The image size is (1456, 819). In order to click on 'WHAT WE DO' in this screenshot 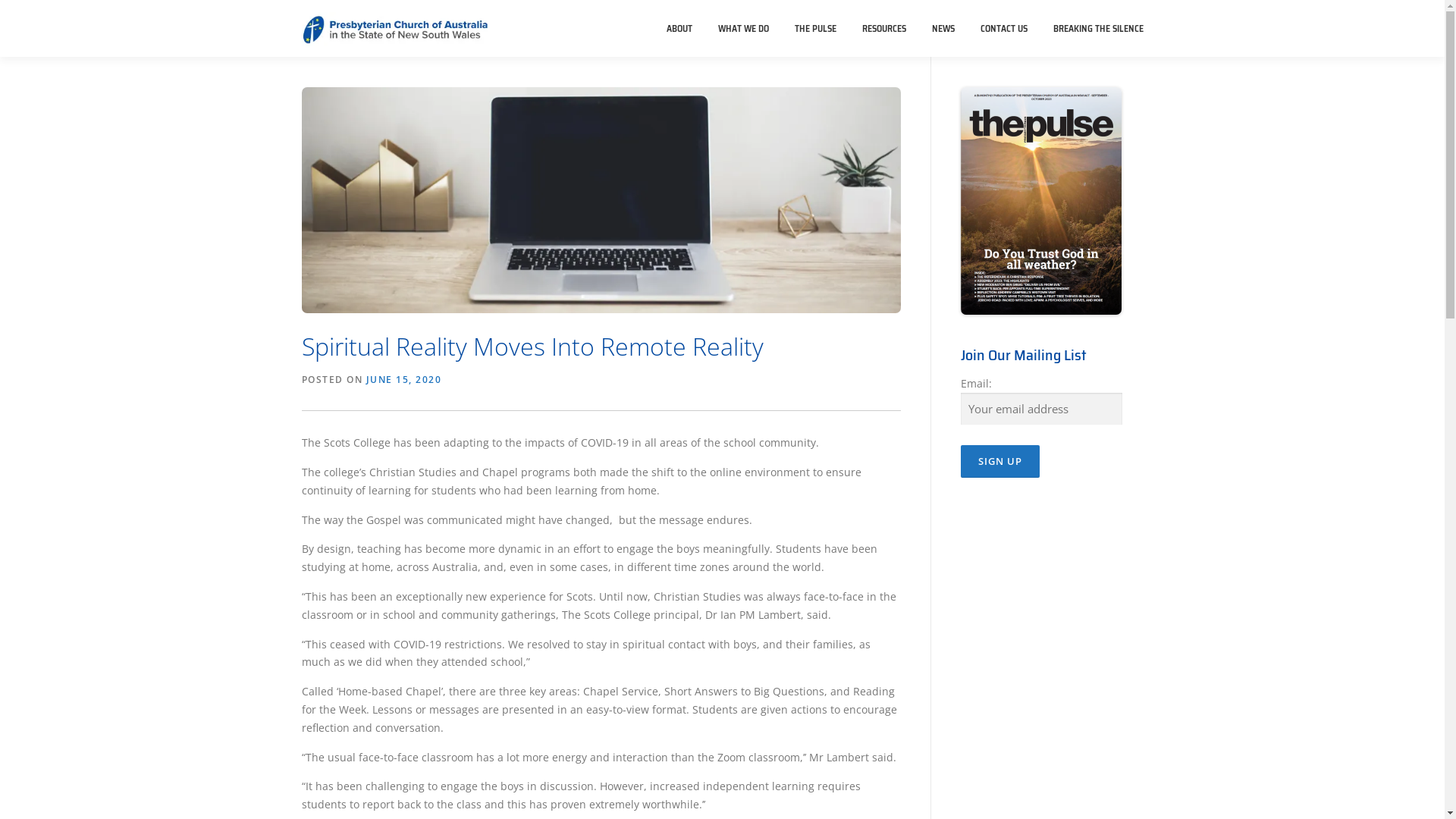, I will do `click(743, 28)`.